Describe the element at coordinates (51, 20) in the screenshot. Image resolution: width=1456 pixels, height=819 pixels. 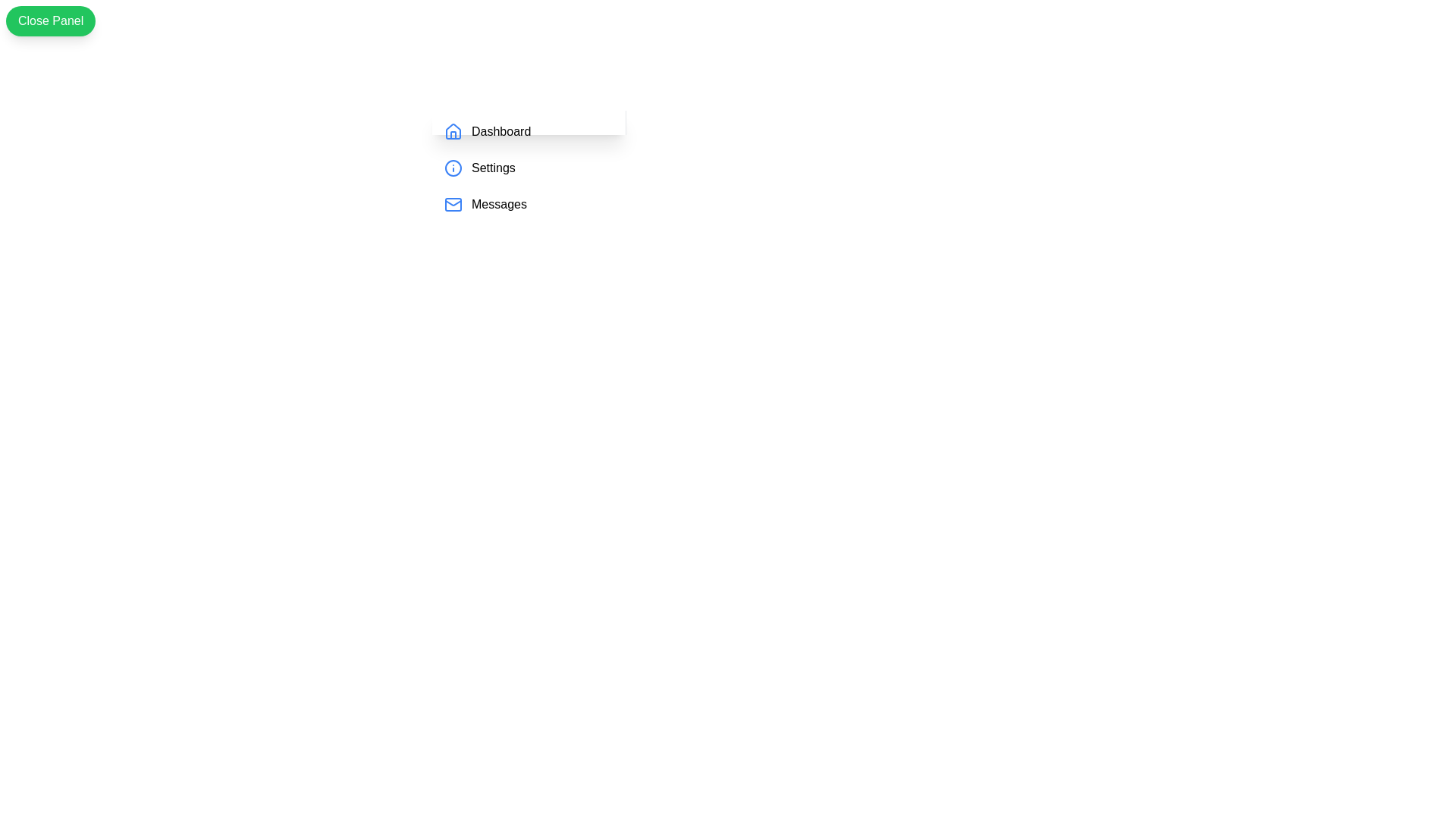
I see `green button labeled 'Close Panel' to toggle the drawer` at that location.